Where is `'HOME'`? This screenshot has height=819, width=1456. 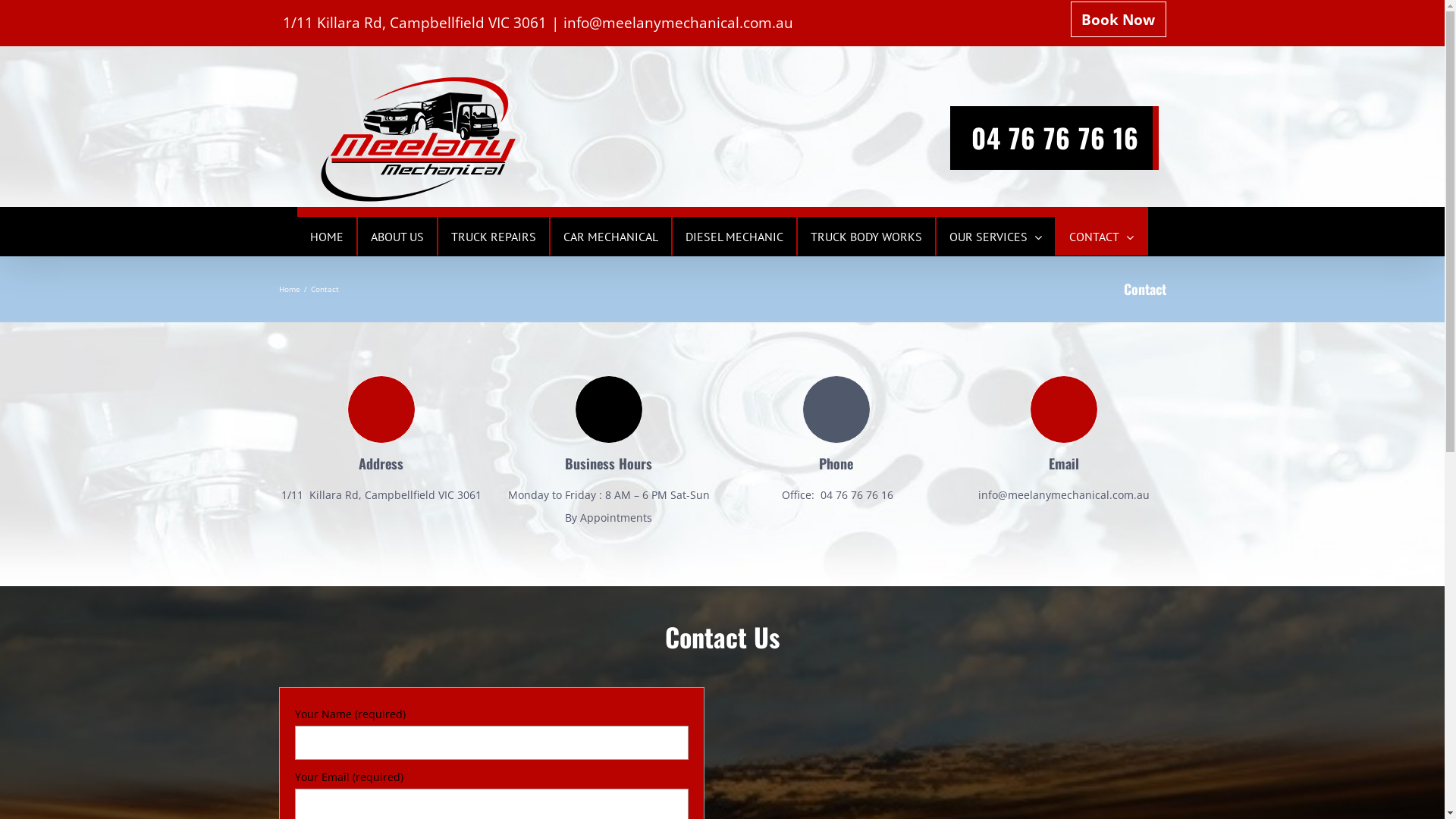
'HOME' is located at coordinates (309, 236).